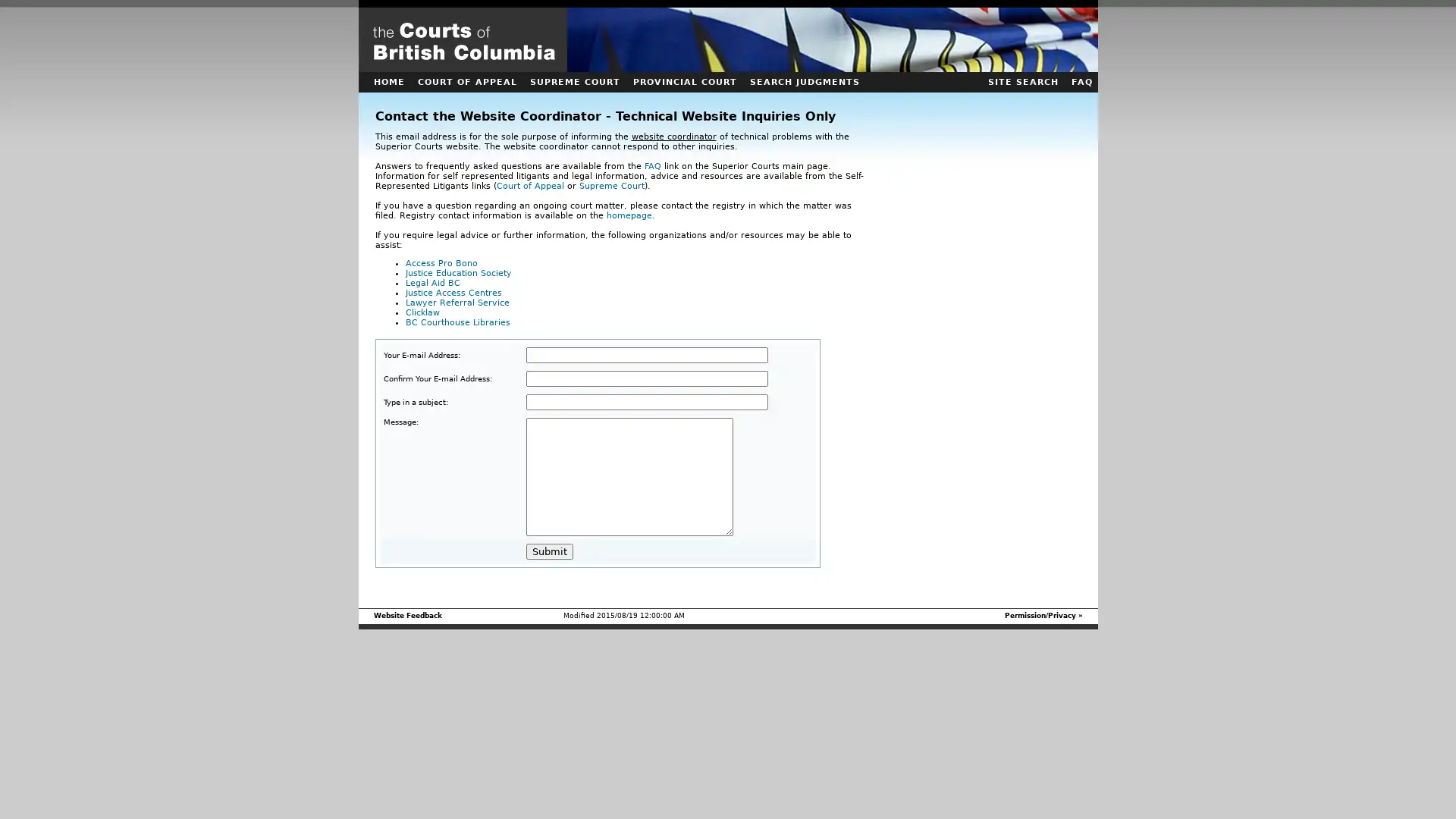 This screenshot has height=819, width=1456. Describe the element at coordinates (548, 551) in the screenshot. I see `Submit` at that location.